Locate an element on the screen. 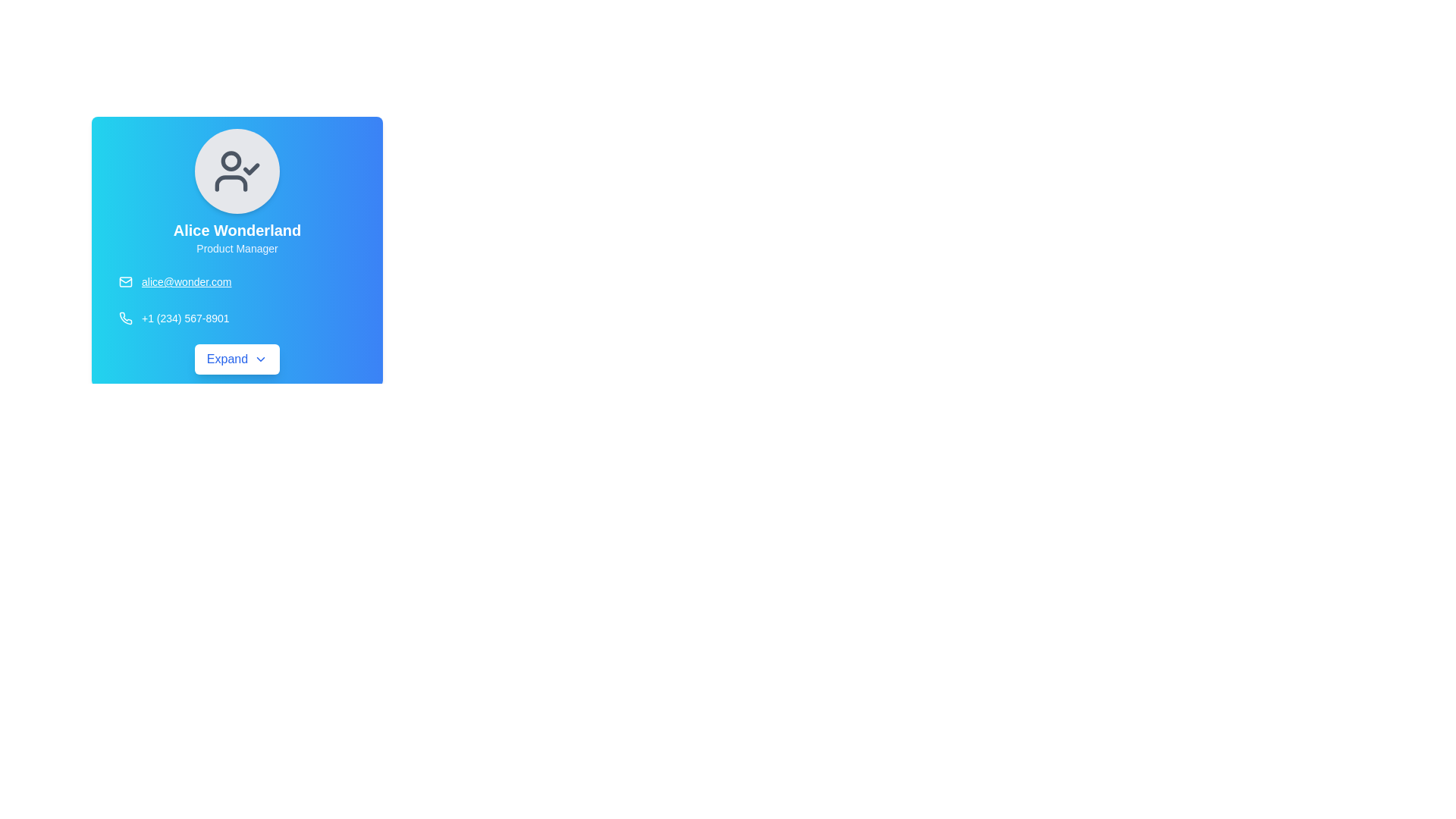  the email icon that visually indicates the associated text 'alice@wonder.com' is located at coordinates (126, 281).